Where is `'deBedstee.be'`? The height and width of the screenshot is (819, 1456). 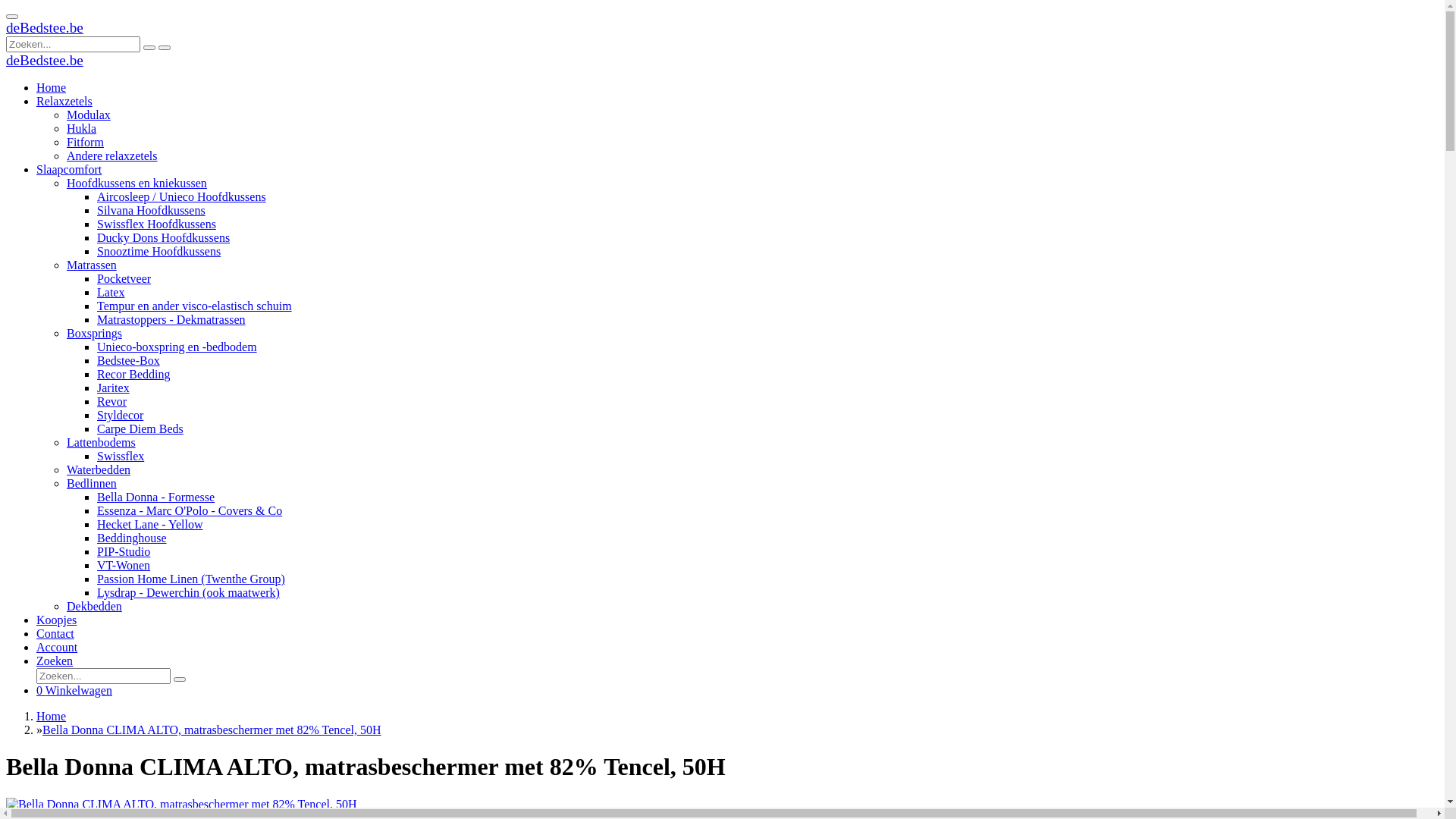
'deBedstee.be' is located at coordinates (44, 28).